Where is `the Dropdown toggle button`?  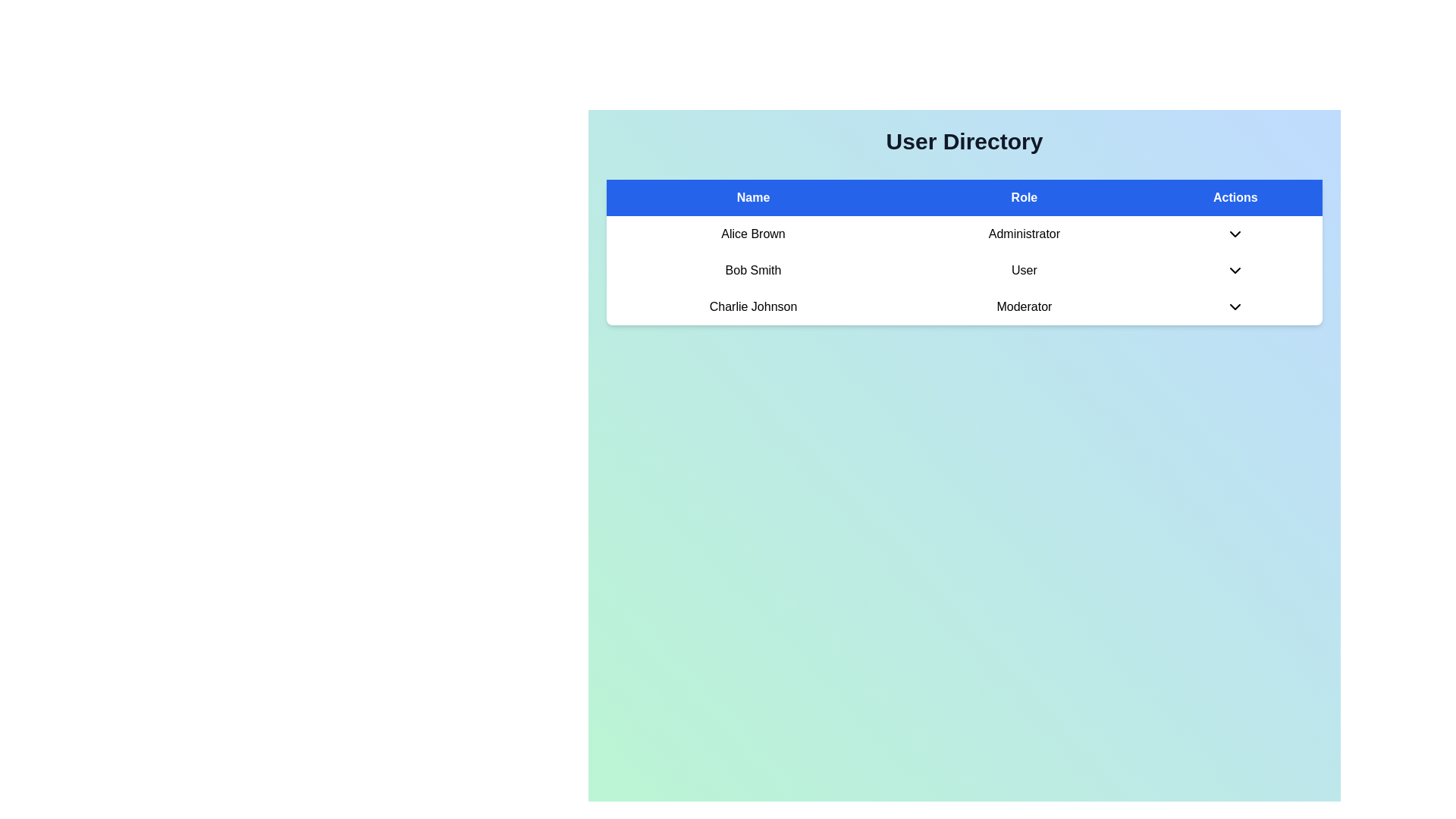
the Dropdown toggle button is located at coordinates (1235, 270).